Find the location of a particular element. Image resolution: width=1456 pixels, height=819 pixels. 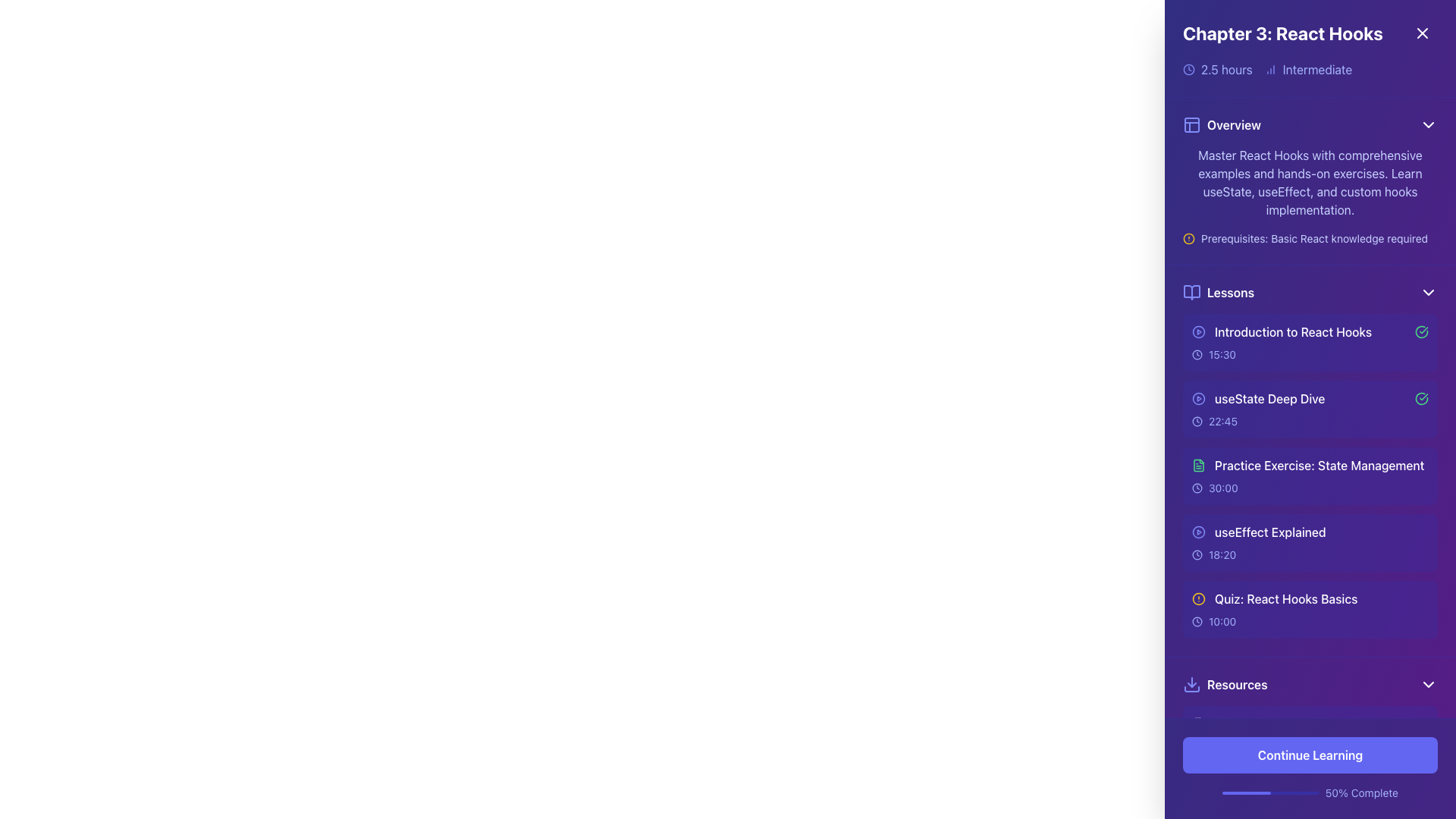

the open book icon located at the start of the 'Lessons' section in the right sidebar, positioned left of the 'Lessons' label is located at coordinates (1191, 292).